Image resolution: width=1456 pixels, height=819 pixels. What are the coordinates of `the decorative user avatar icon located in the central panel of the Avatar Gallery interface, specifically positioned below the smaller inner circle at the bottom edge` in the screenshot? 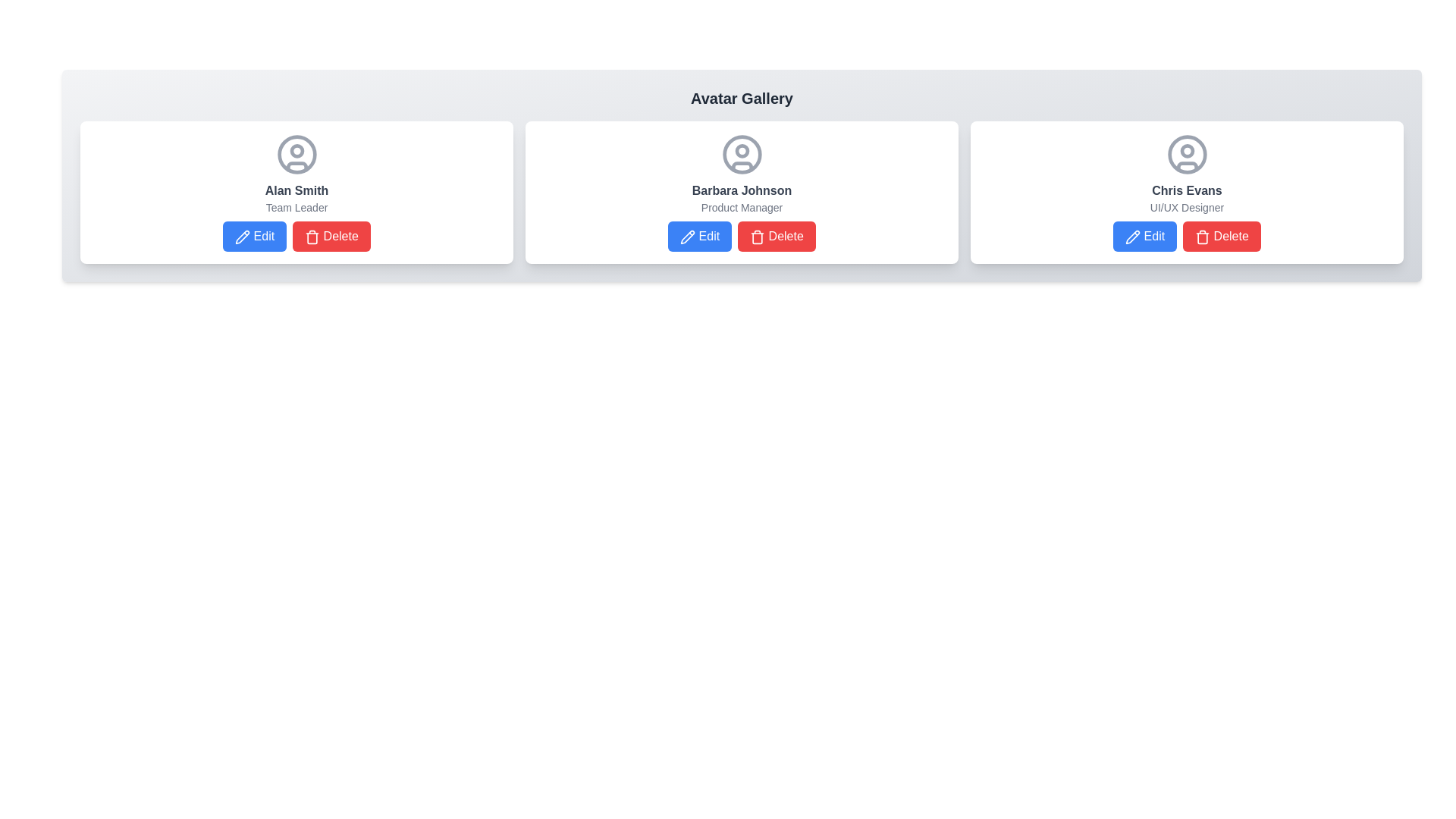 It's located at (742, 166).